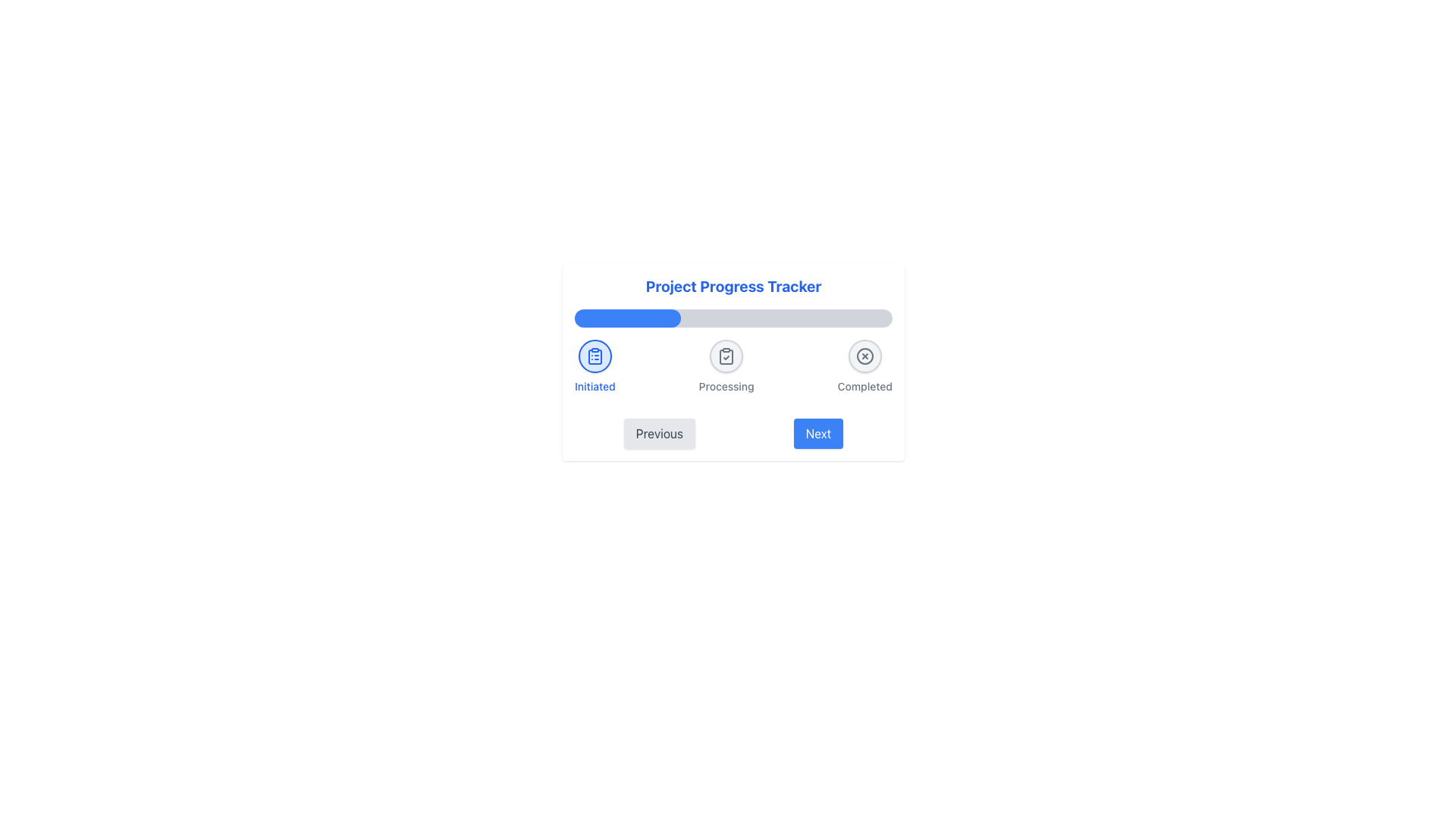  What do you see at coordinates (864, 385) in the screenshot?
I see `the 'Completed' text label that describes the current stage in the progress tracker to potentially reveal additional information` at bounding box center [864, 385].